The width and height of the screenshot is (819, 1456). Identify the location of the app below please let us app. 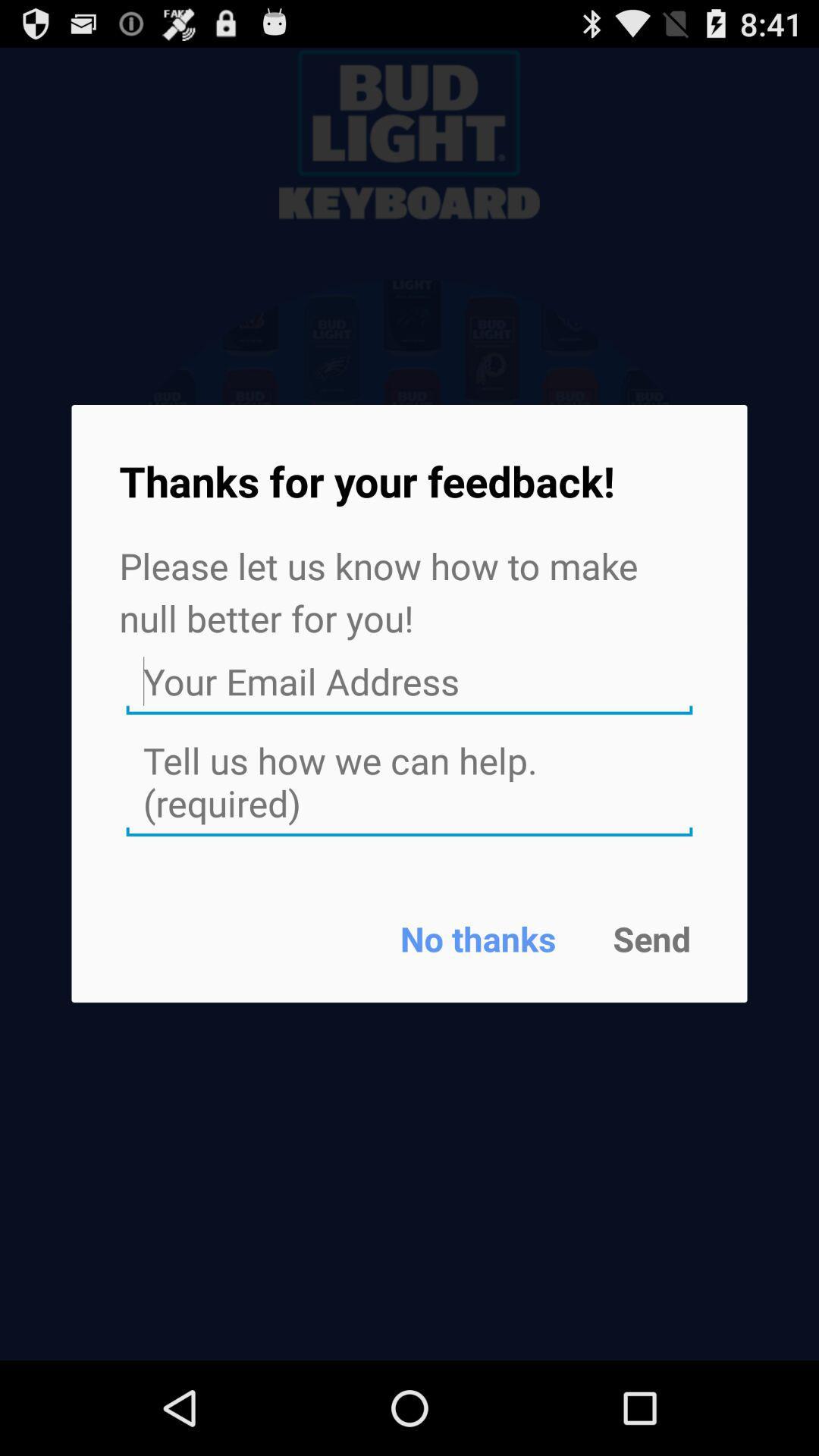
(409, 681).